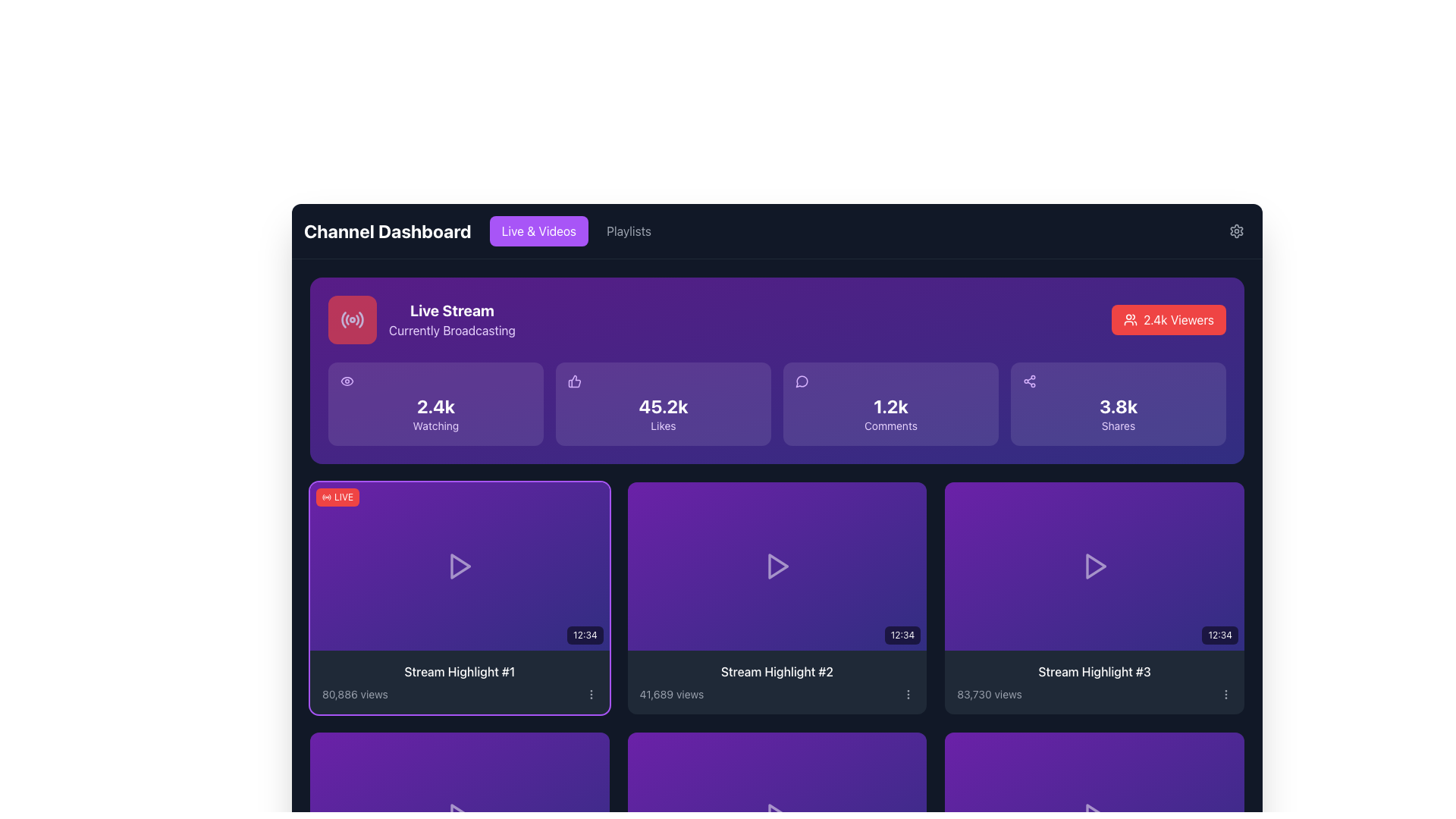 The height and width of the screenshot is (819, 1456). Describe the element at coordinates (801, 381) in the screenshot. I see `the speech bubble icon representing messages or comments located in the '1.2k Comments' panel on the dashboard interface` at that location.